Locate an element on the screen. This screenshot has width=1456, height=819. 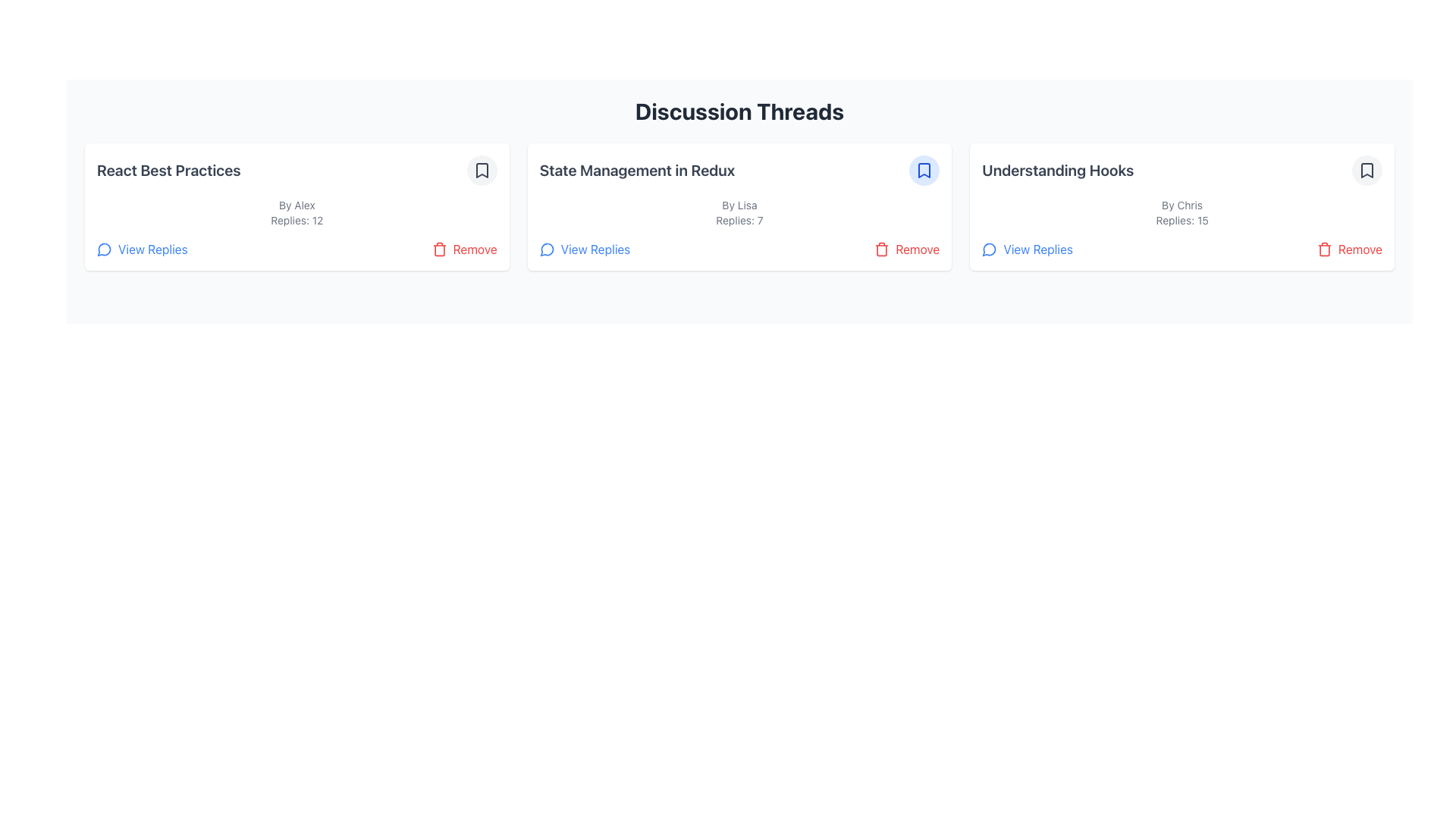
the appearance of the small circular chat bubble icon styled with a simple line design, located to the left of the 'View Replies' text in the 'React Best Practices' card section is located at coordinates (104, 248).